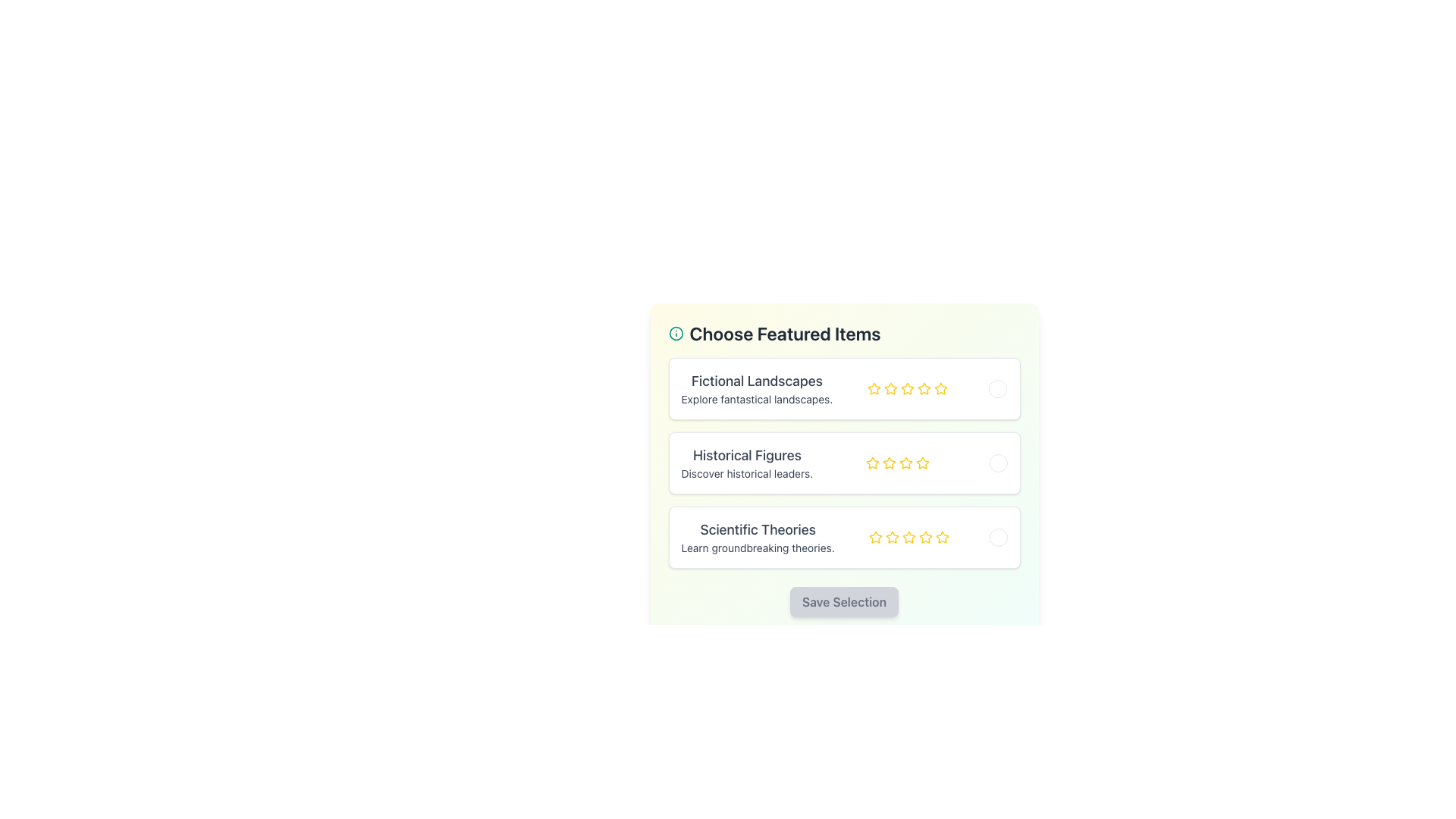  Describe the element at coordinates (843, 537) in the screenshot. I see `the selectable list item for 'Scientific Theories'` at that location.